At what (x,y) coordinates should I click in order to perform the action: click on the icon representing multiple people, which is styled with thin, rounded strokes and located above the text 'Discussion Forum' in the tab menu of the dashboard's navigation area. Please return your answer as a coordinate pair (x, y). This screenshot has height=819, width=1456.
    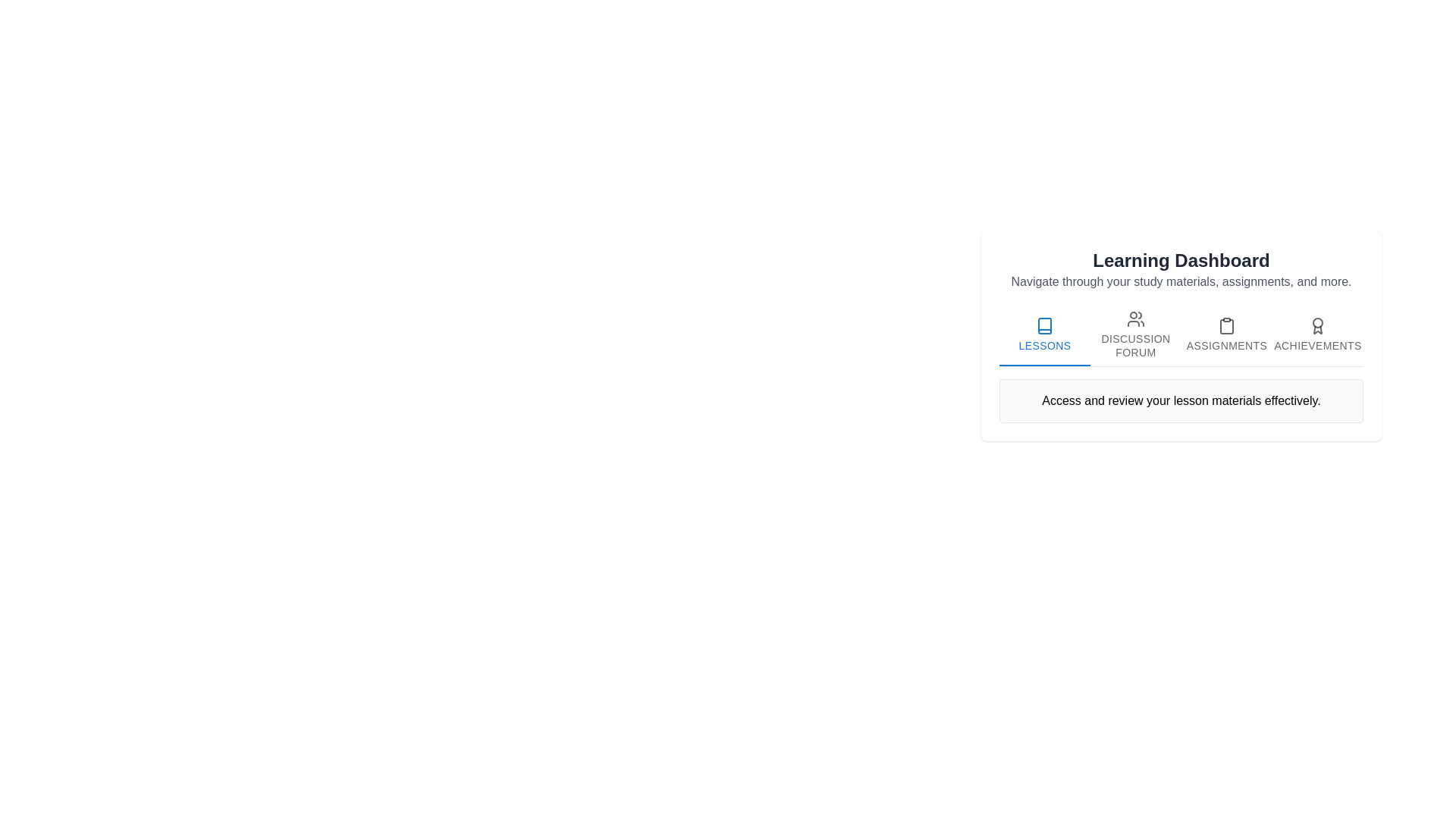
    Looking at the image, I should click on (1135, 318).